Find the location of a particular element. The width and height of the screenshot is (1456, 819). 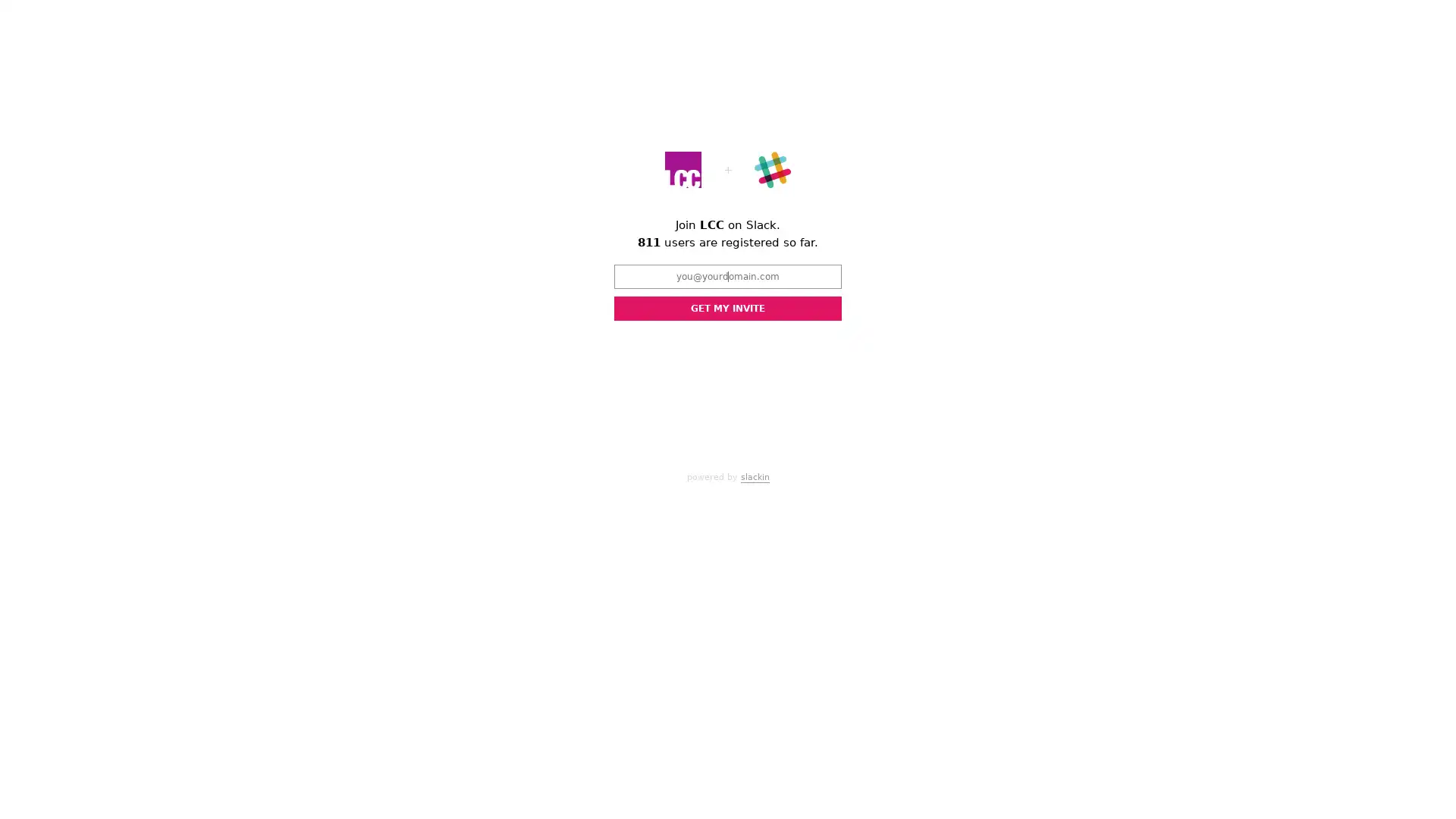

GET MY INVITE is located at coordinates (728, 308).